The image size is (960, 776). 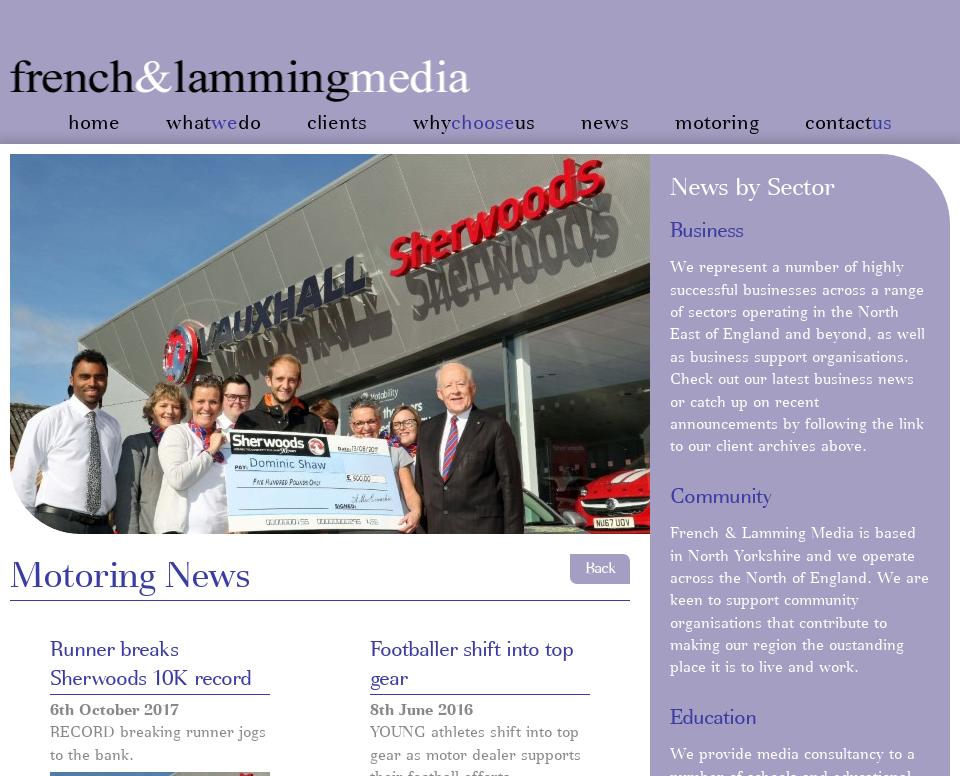 I want to click on 'why', so click(x=432, y=123).